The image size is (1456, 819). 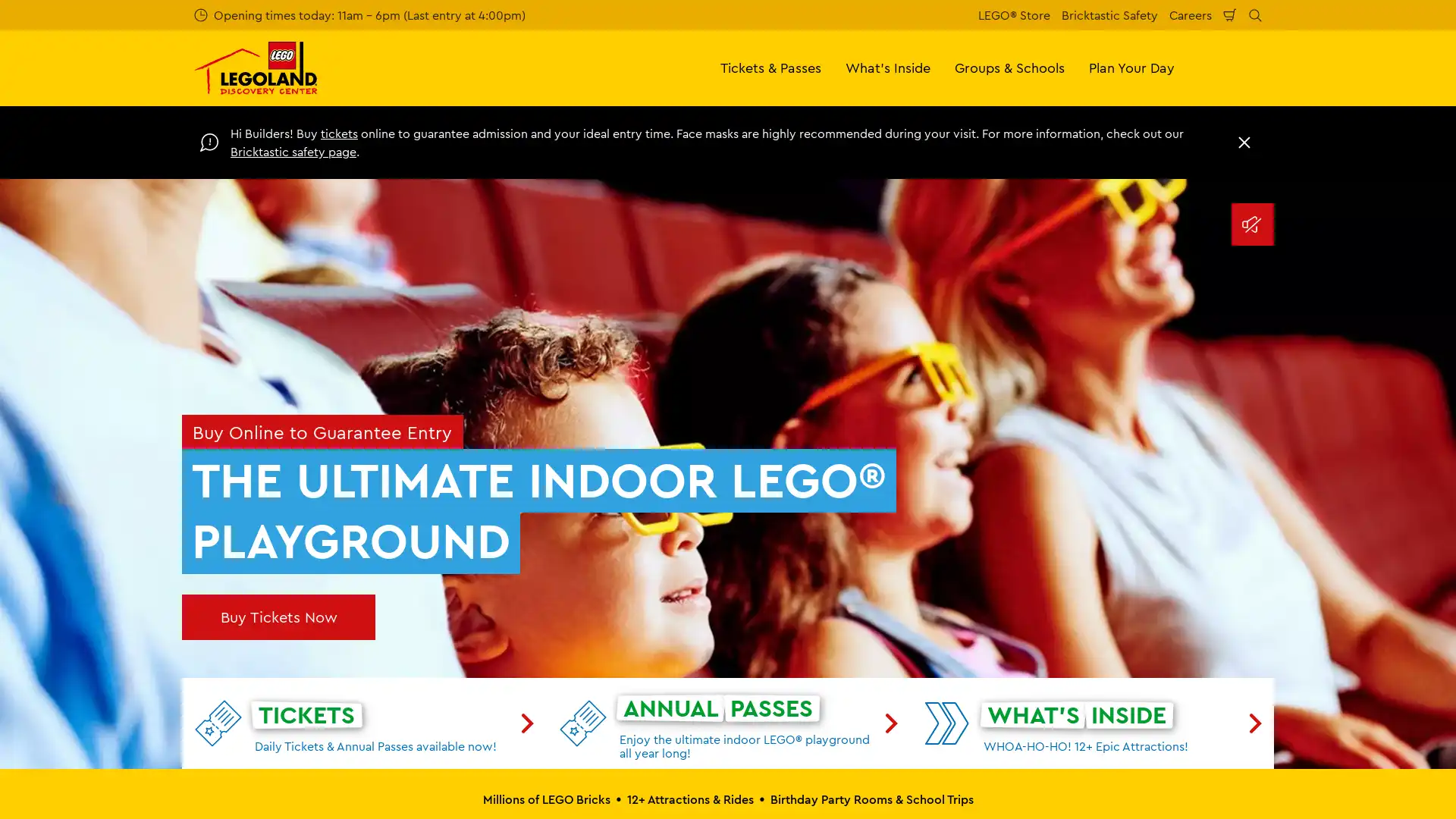 What do you see at coordinates (1009, 67) in the screenshot?
I see `Groups & Schools` at bounding box center [1009, 67].